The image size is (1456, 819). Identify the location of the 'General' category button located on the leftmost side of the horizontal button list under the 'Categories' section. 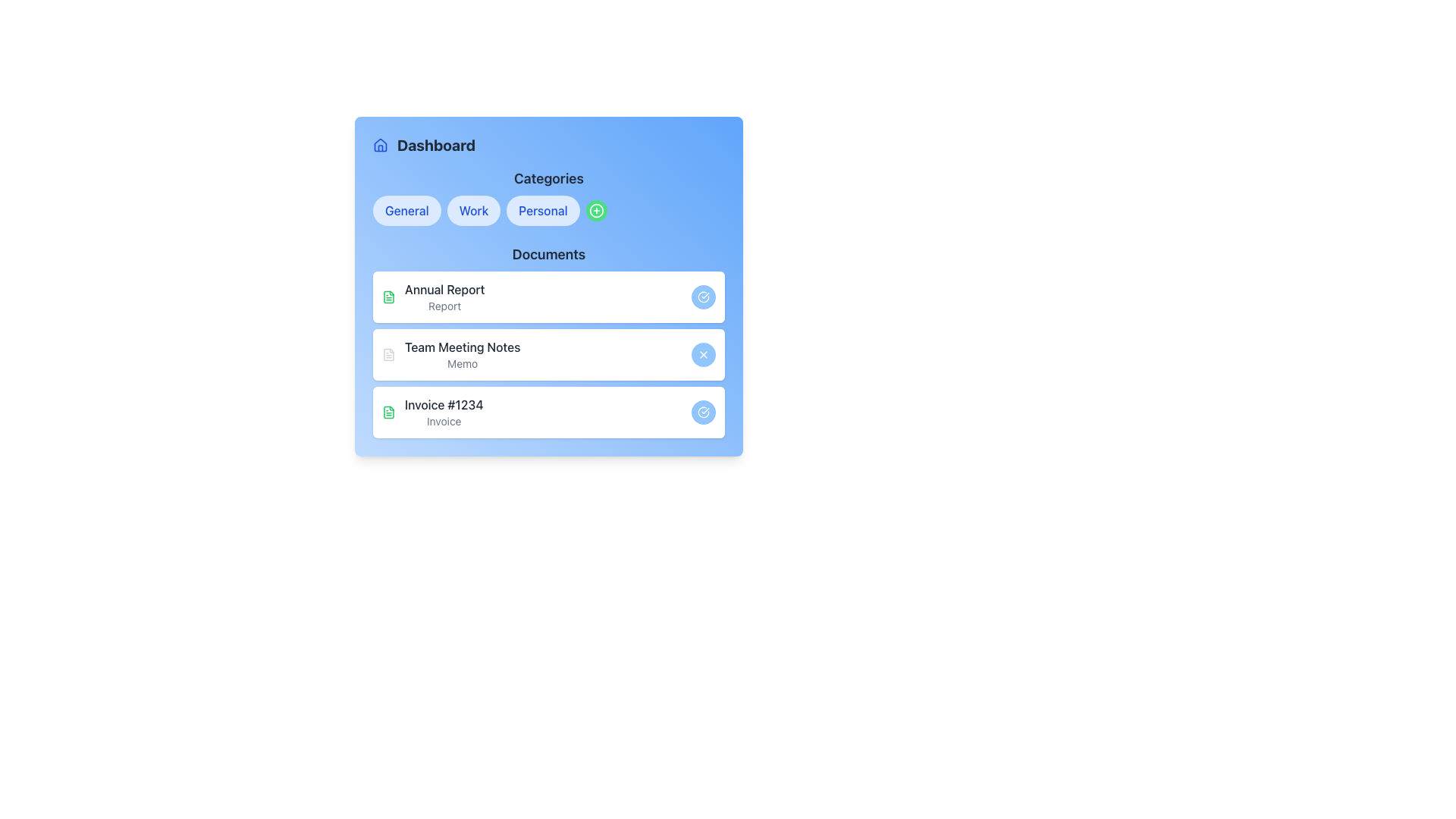
(406, 210).